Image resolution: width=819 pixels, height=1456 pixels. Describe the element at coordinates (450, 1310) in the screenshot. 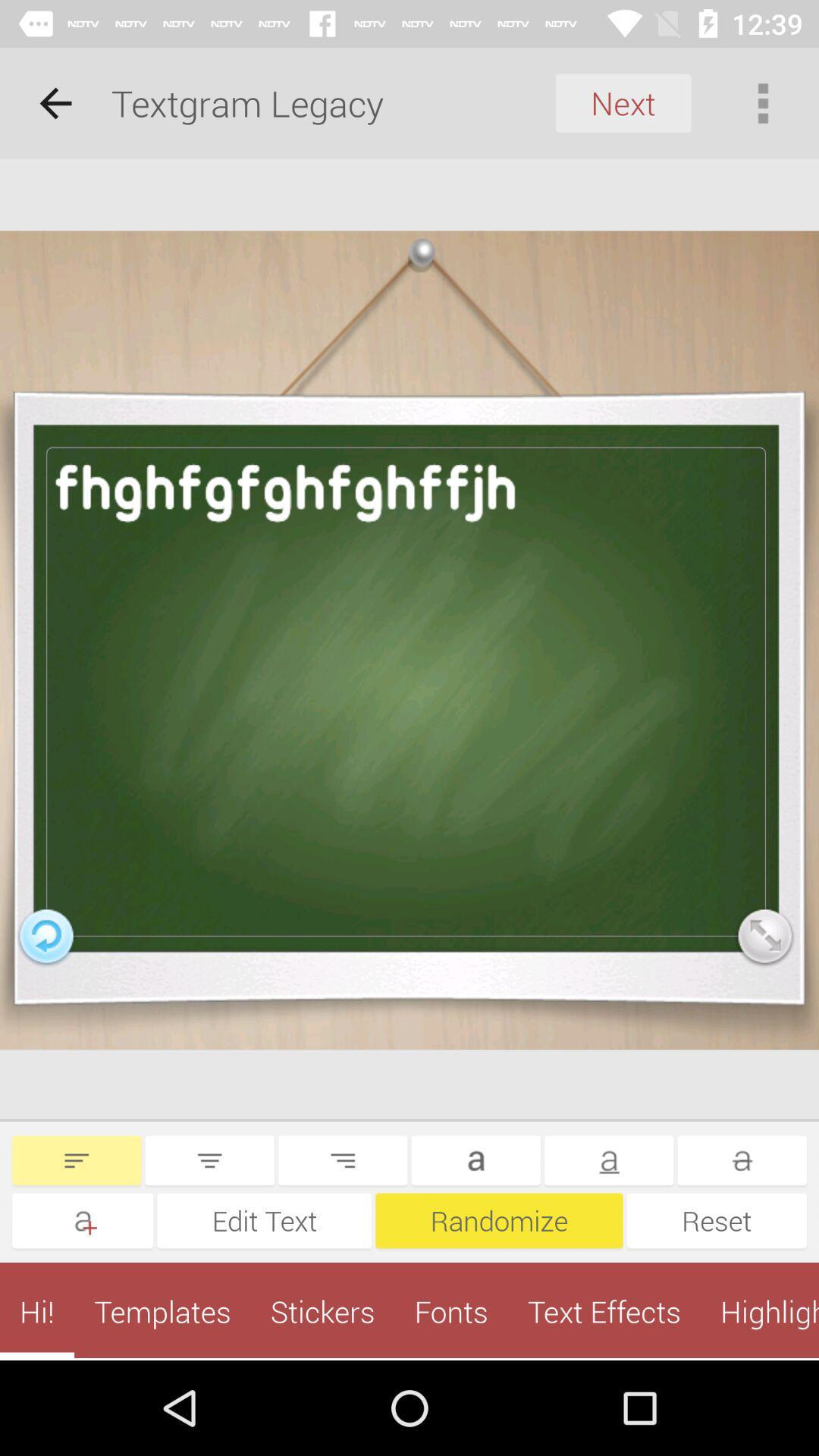

I see `item next to stickers app` at that location.